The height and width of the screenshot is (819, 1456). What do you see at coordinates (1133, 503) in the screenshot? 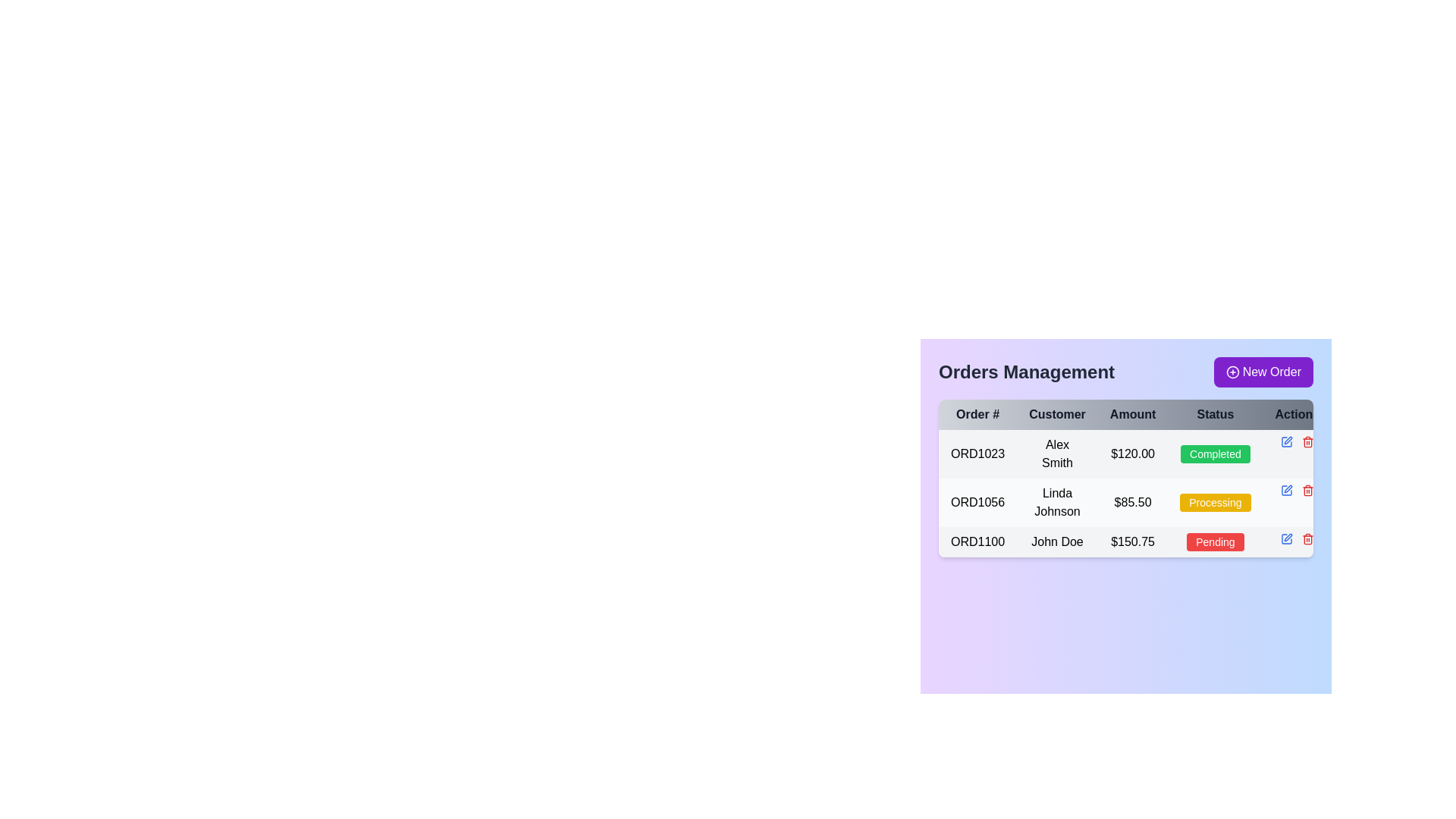
I see `the static text element displaying the amount '$85.50' in the 'Amount' column of the 'Orders Management' table for order 'ORD1056' made by 'Linda Johnson'` at bounding box center [1133, 503].